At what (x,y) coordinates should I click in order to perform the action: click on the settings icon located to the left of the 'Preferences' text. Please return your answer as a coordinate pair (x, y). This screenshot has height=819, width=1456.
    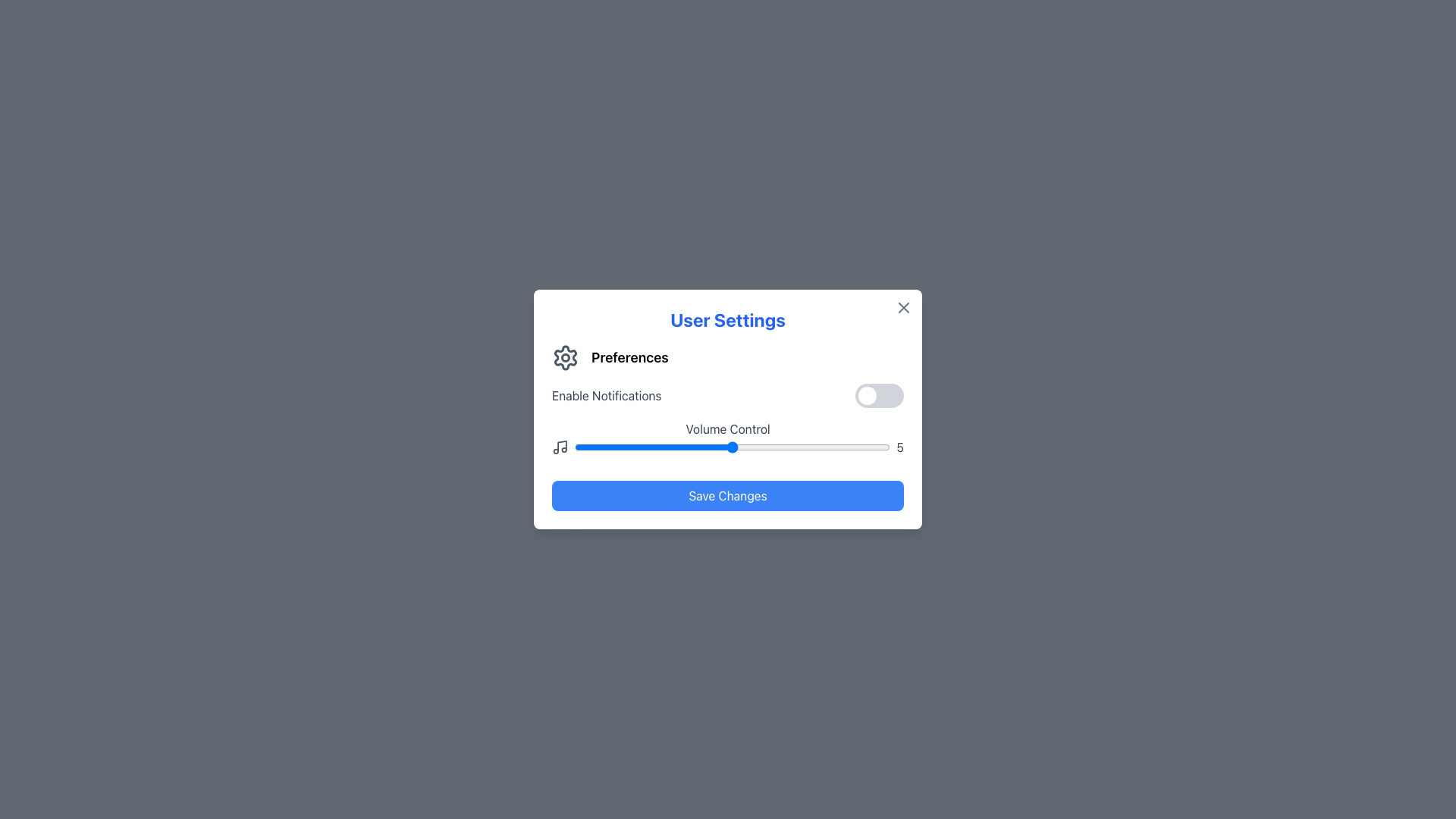
    Looking at the image, I should click on (564, 357).